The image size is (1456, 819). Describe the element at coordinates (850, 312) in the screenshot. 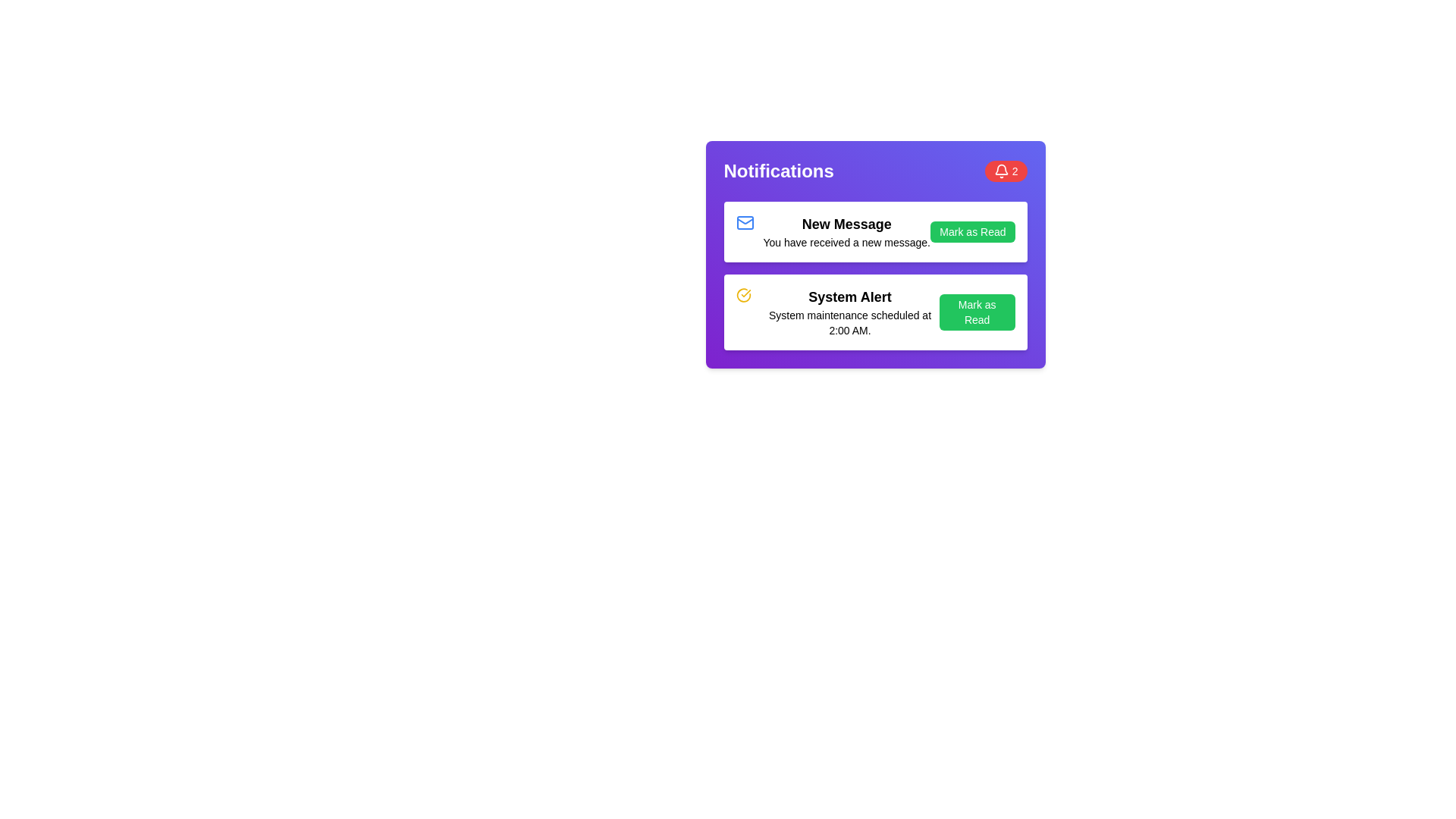

I see `the text block containing the notification message 'System Alert' and 'System maintenance scheduled at 2:00 AM.'` at that location.